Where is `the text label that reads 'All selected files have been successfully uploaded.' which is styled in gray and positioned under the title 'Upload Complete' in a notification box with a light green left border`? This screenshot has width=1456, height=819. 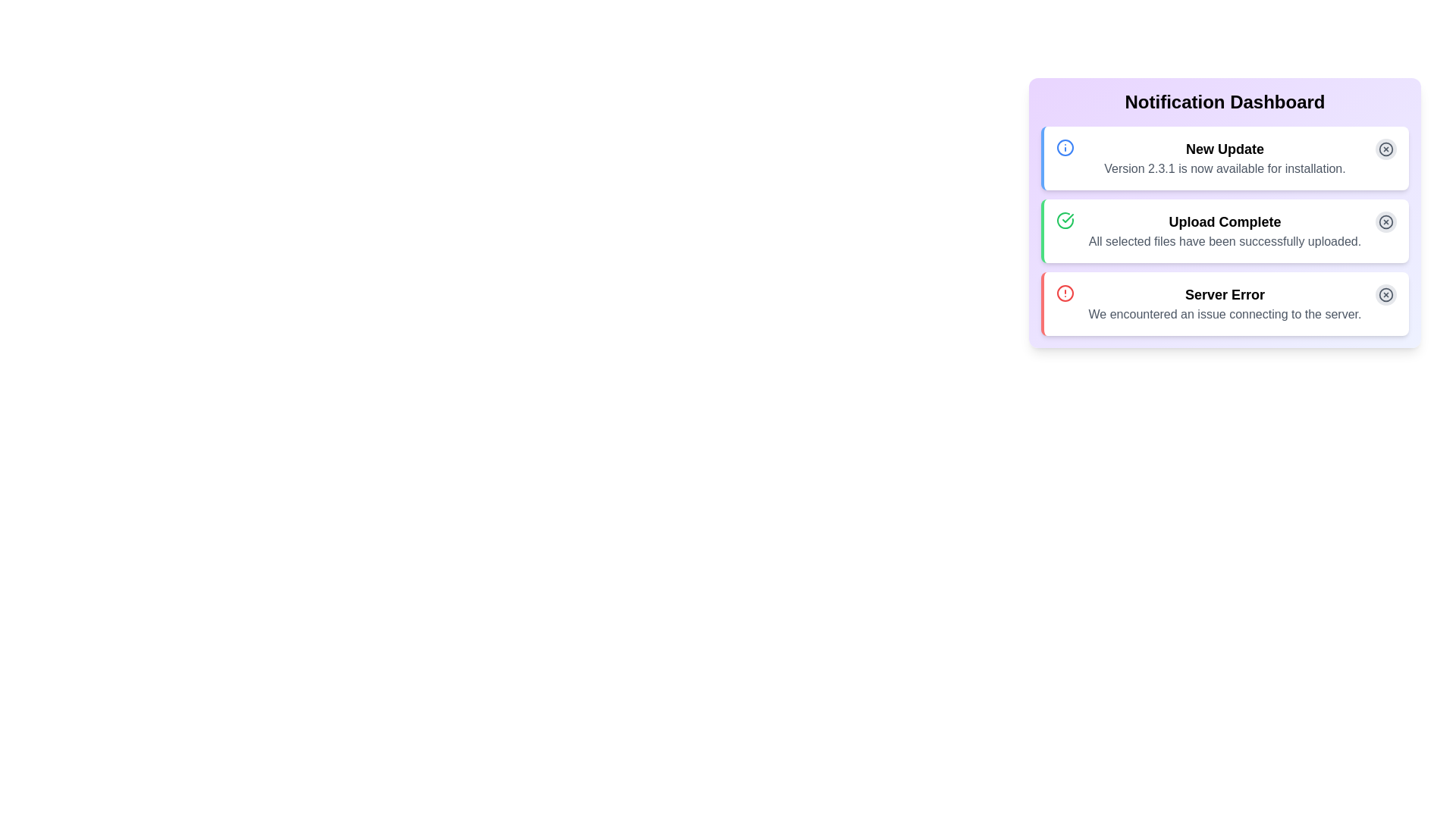 the text label that reads 'All selected files have been successfully uploaded.' which is styled in gray and positioned under the title 'Upload Complete' in a notification box with a light green left border is located at coordinates (1225, 241).